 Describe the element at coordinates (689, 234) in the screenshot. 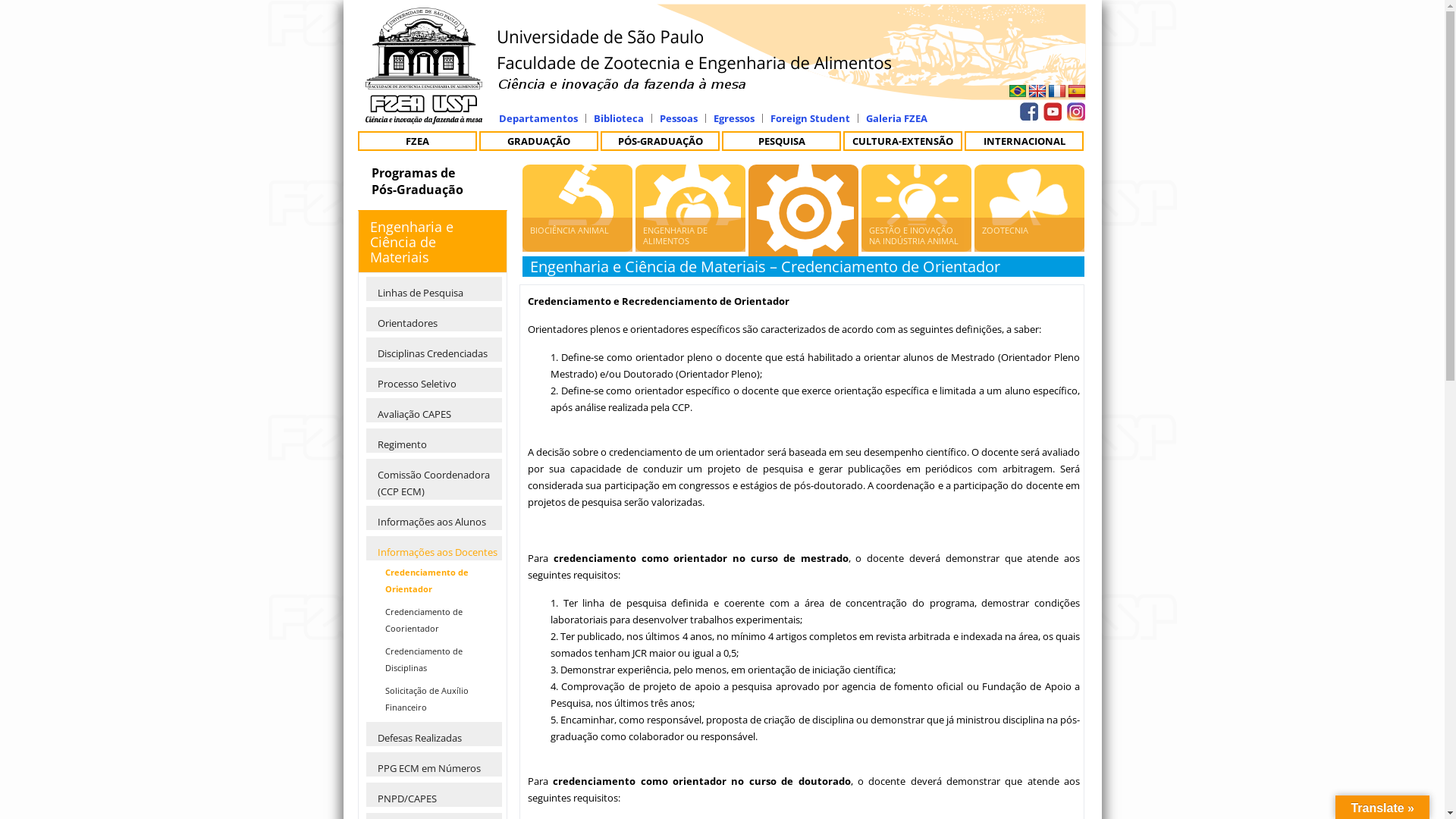

I see `'ENGENHARIA DE ALIMENTOS'` at that location.